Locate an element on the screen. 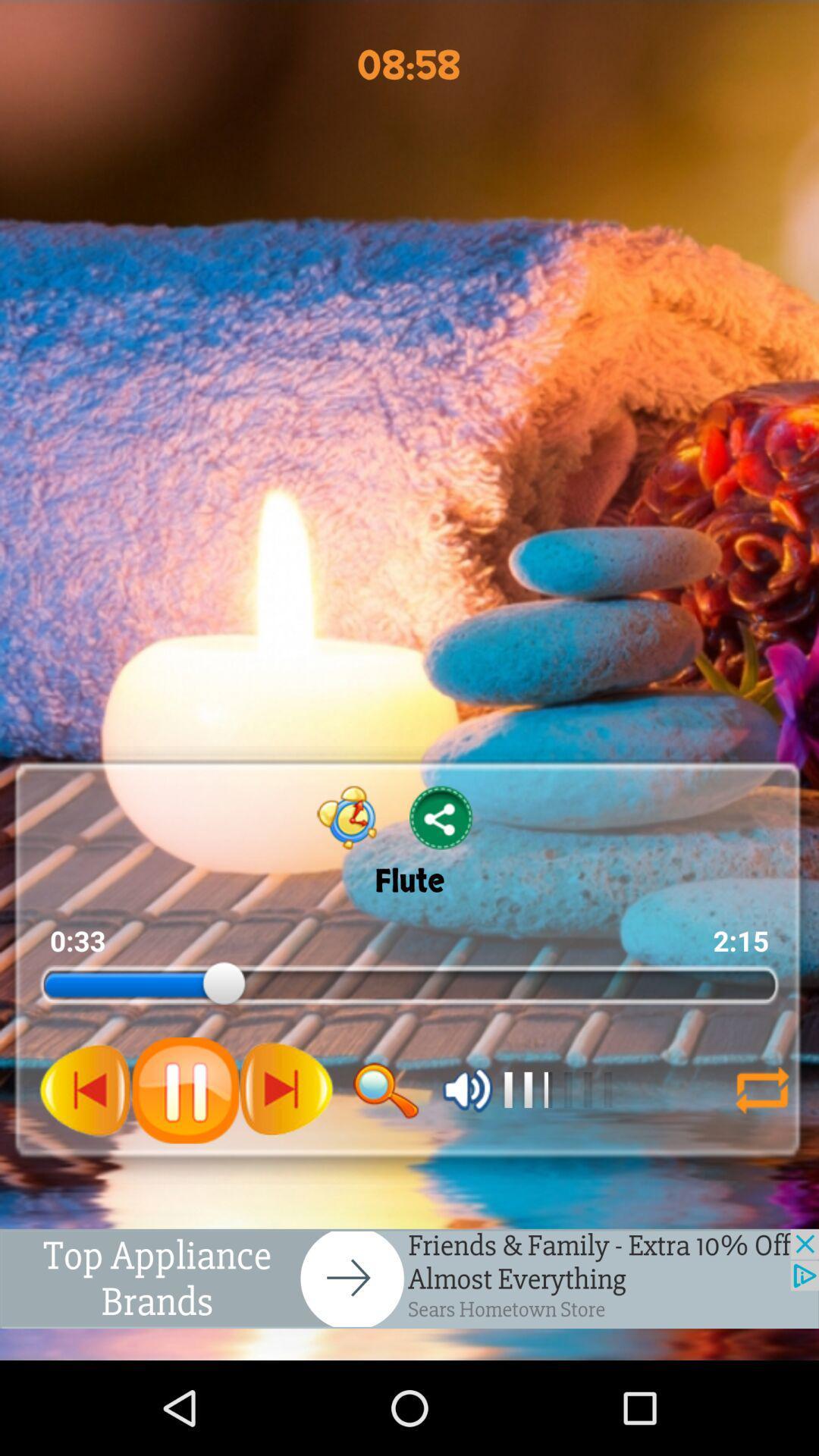  the volume icon is located at coordinates (467, 1166).